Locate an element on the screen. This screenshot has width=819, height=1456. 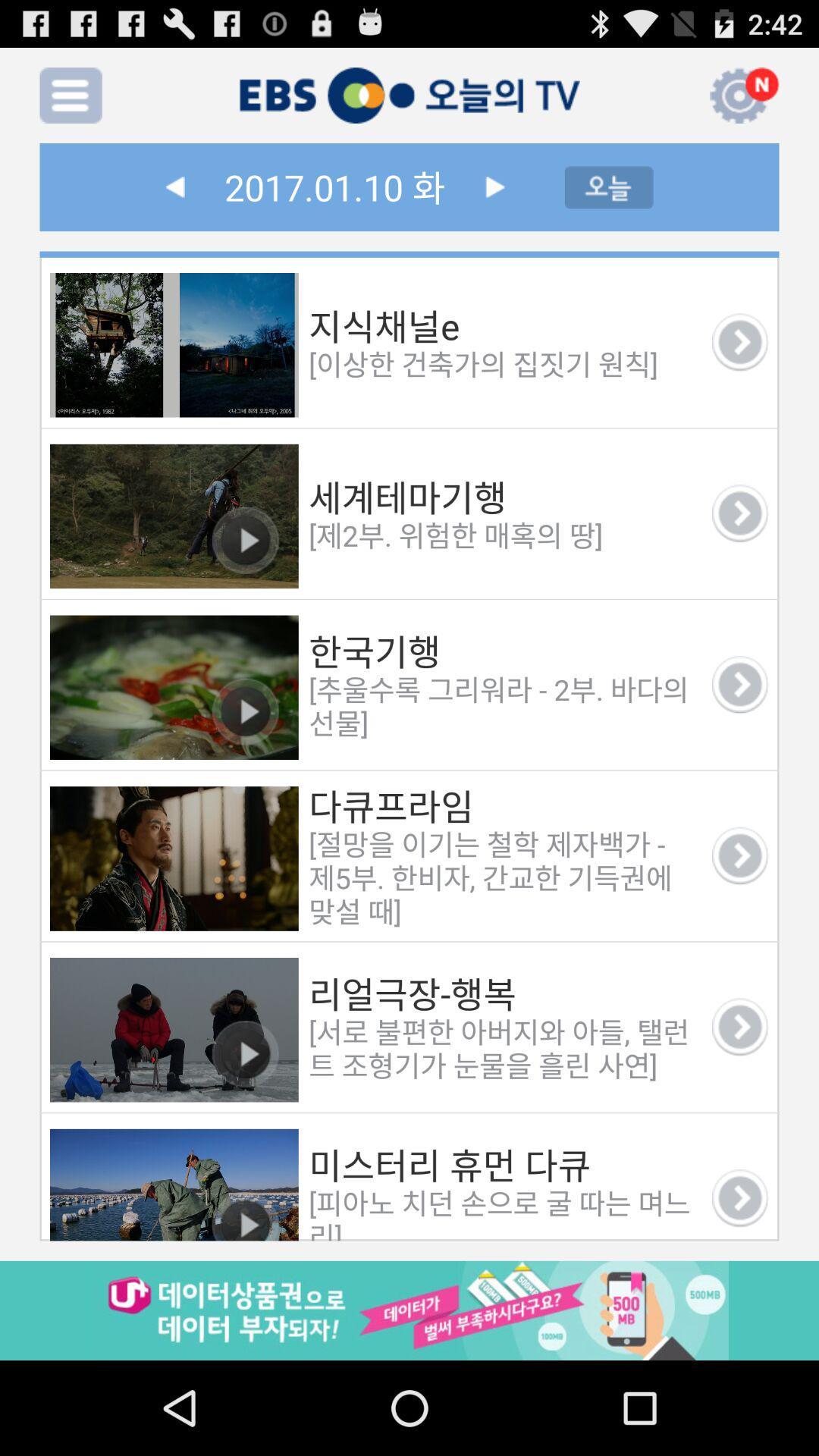
the play icon is located at coordinates (494, 199).